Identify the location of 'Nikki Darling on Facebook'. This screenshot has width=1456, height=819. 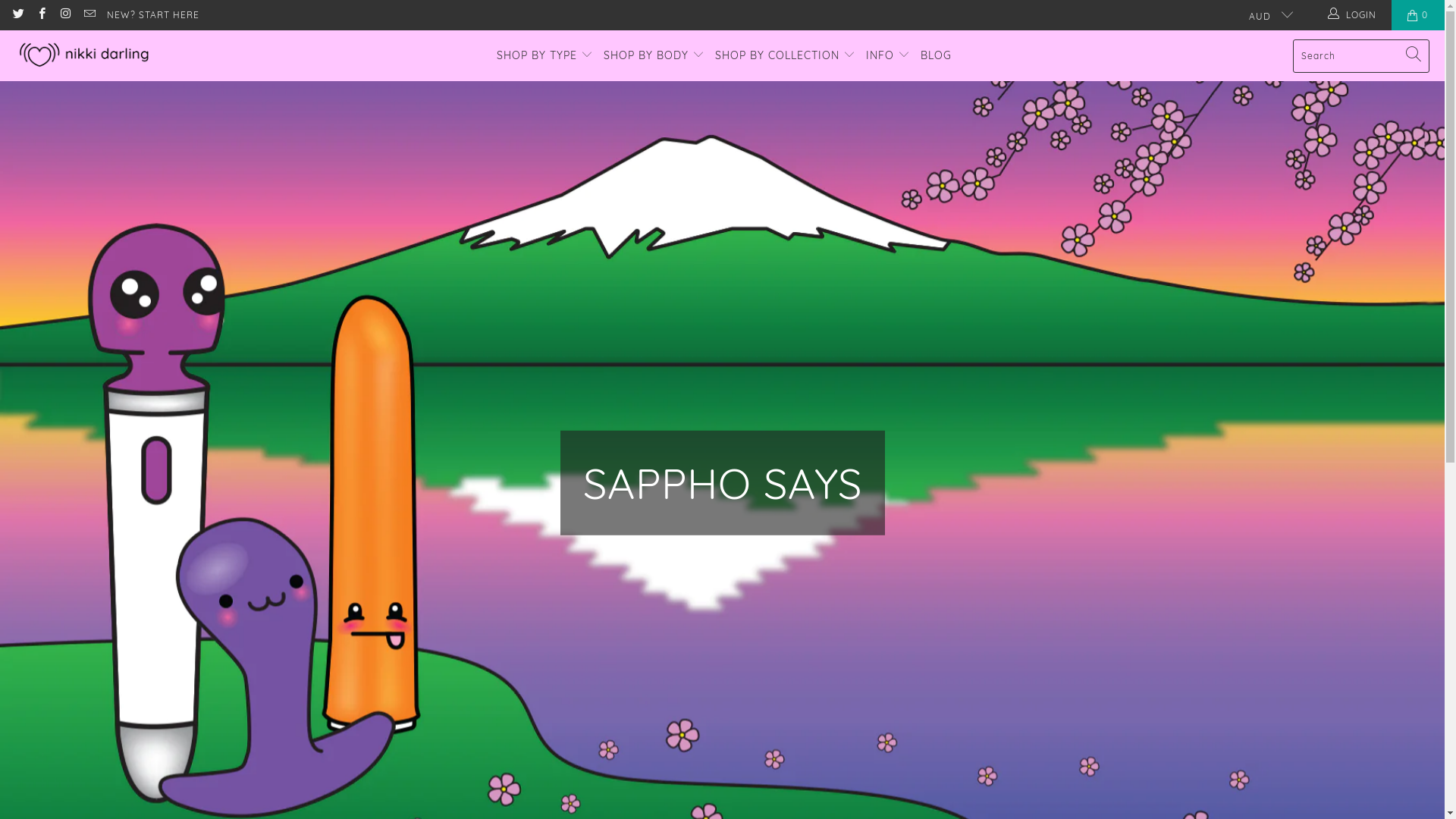
(35, 14).